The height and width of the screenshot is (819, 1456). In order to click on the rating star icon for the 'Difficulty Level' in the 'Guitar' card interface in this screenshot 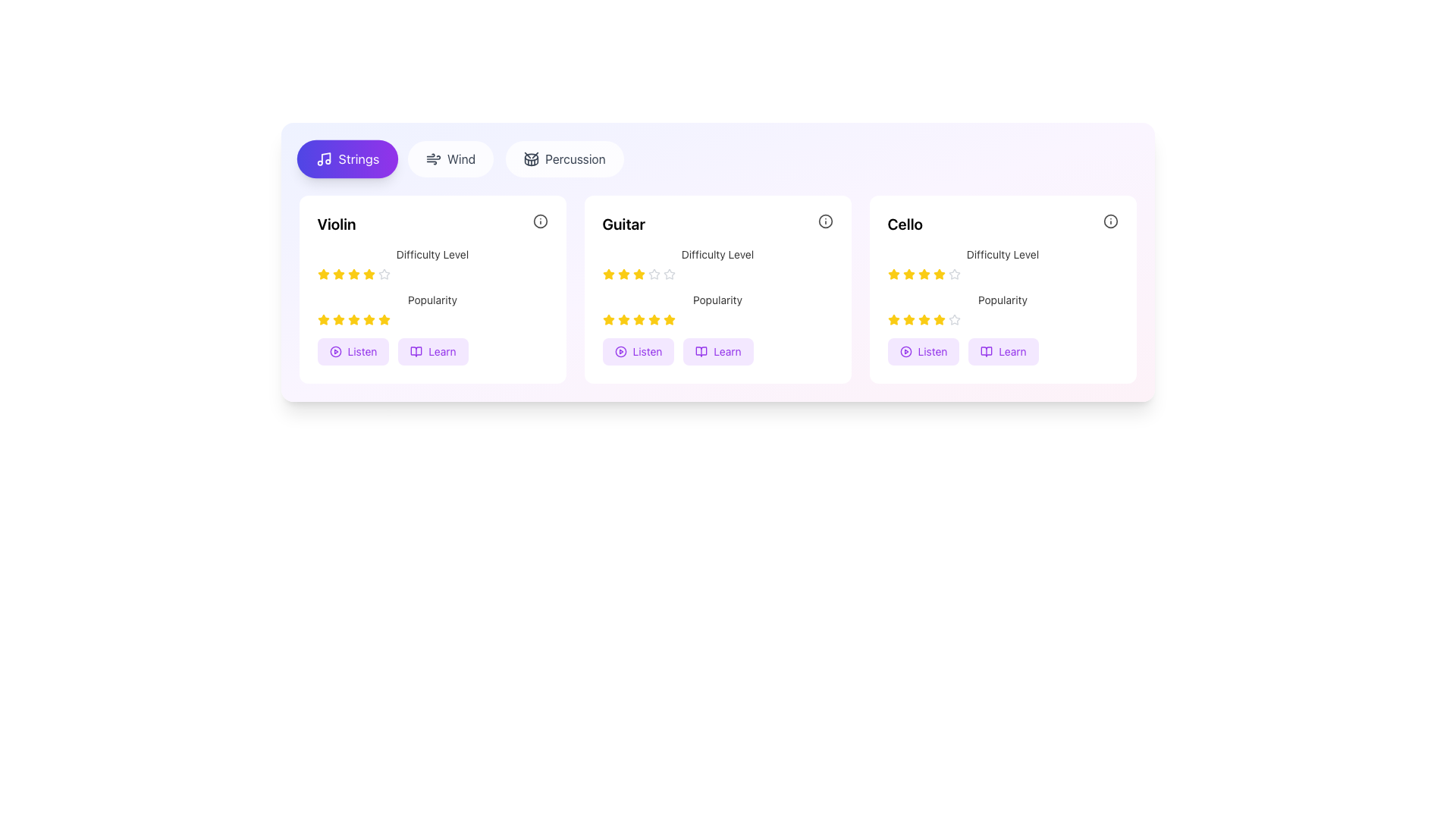, I will do `click(608, 275)`.